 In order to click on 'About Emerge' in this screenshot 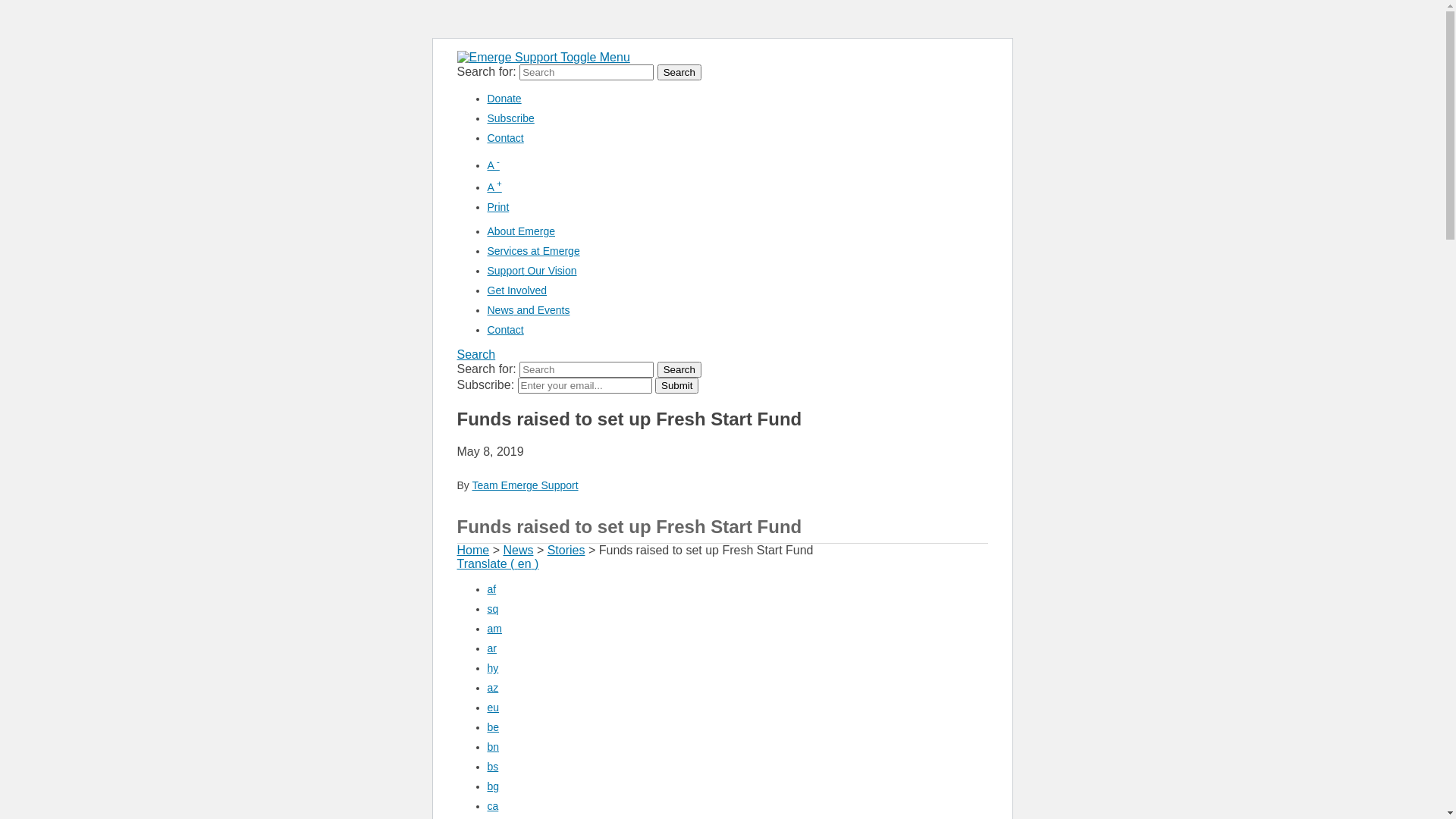, I will do `click(520, 231)`.